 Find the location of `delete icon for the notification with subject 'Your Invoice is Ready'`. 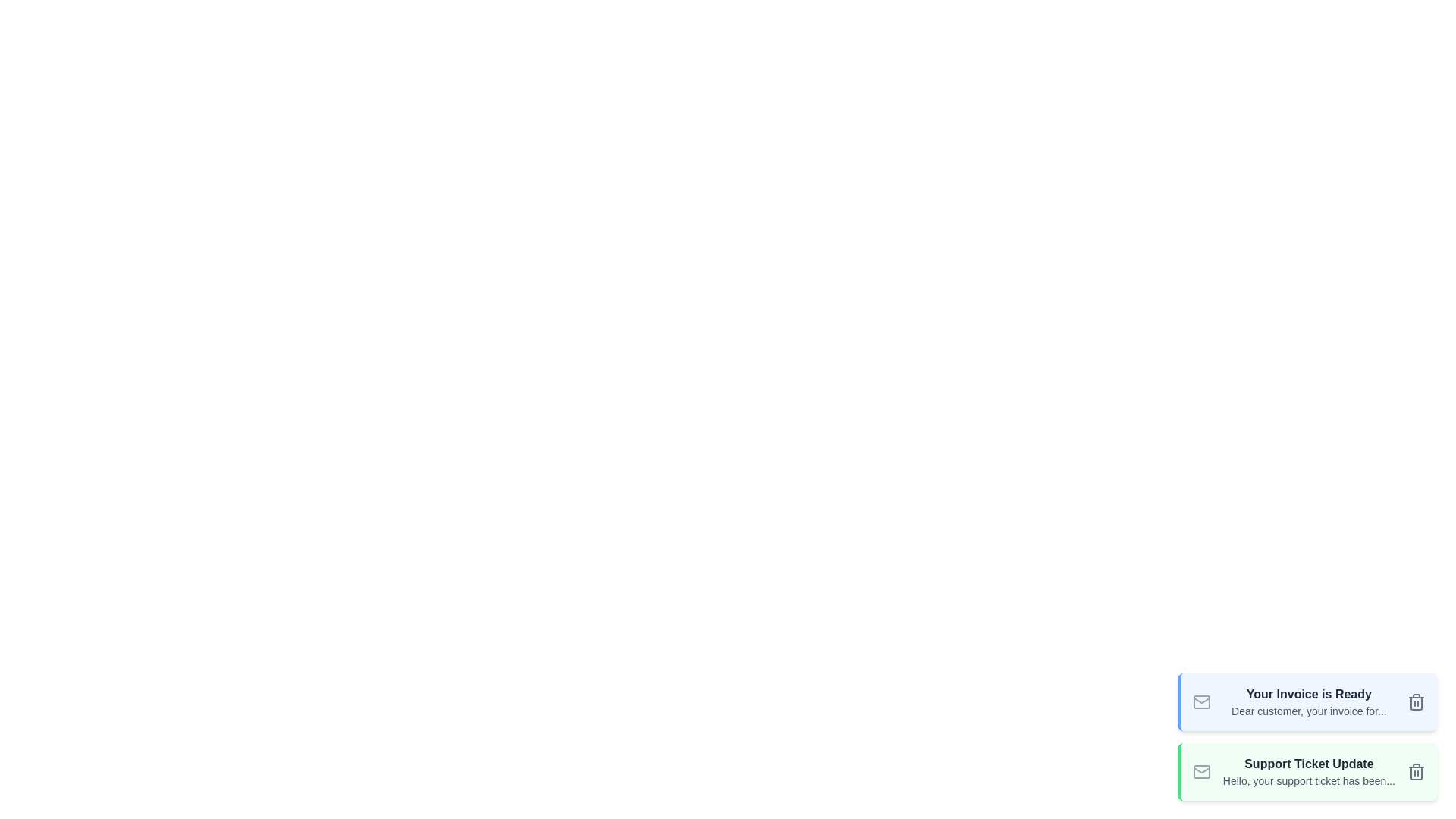

delete icon for the notification with subject 'Your Invoice is Ready' is located at coordinates (1415, 701).